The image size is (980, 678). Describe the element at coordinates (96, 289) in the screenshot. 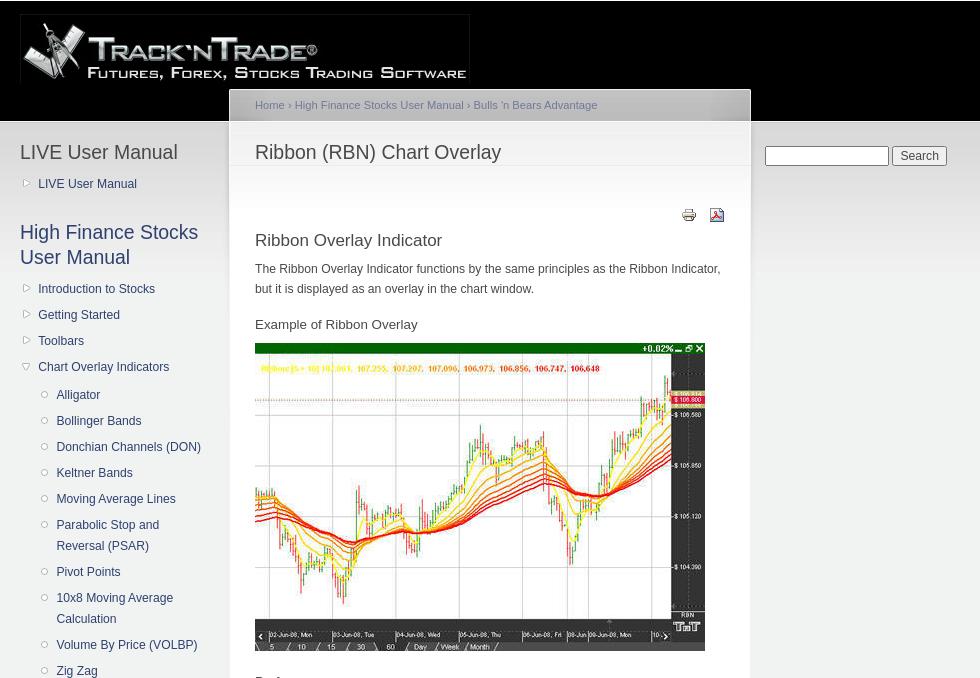

I see `'Introduction to Stocks'` at that location.